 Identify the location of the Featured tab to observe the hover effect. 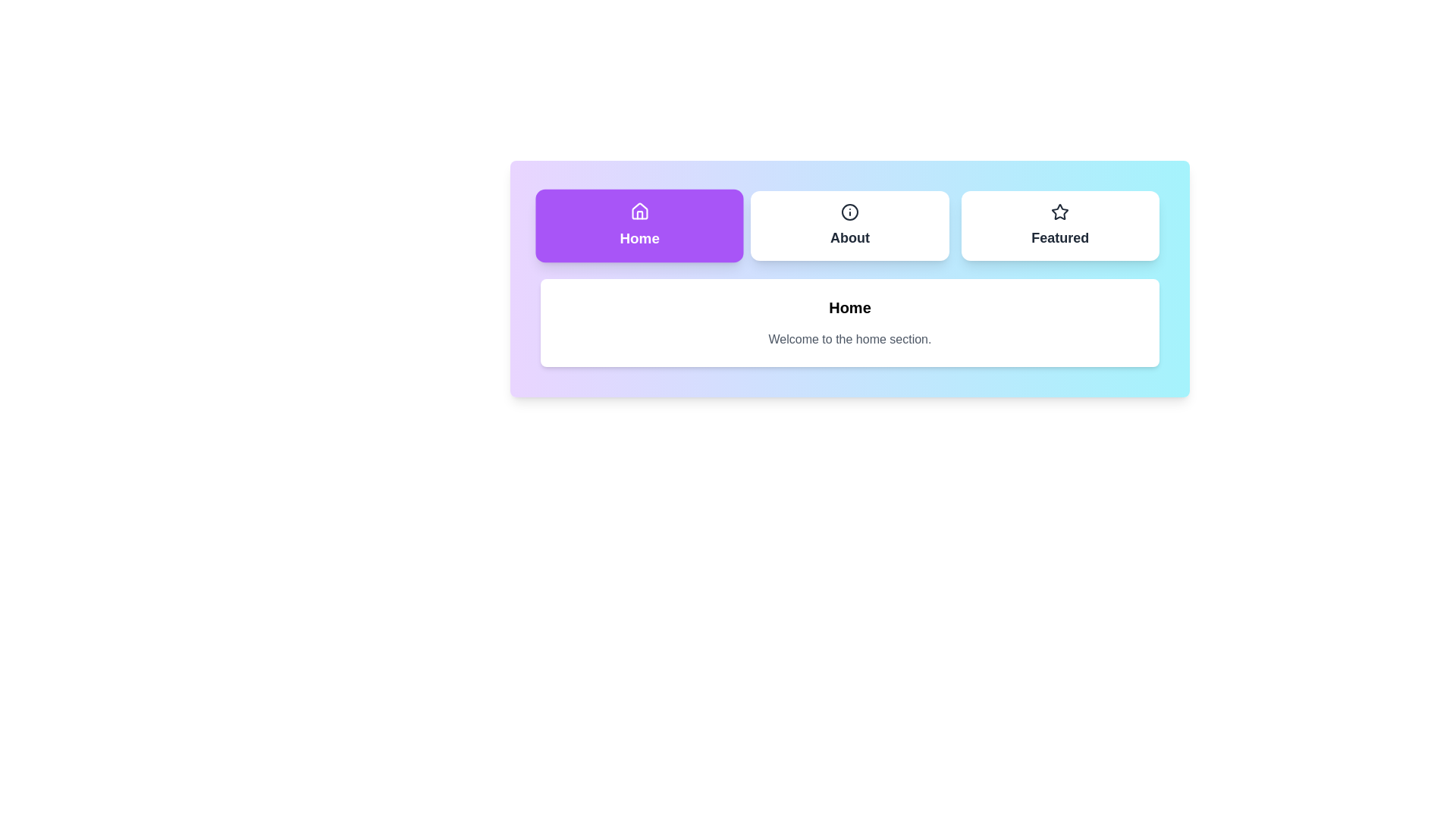
(1059, 225).